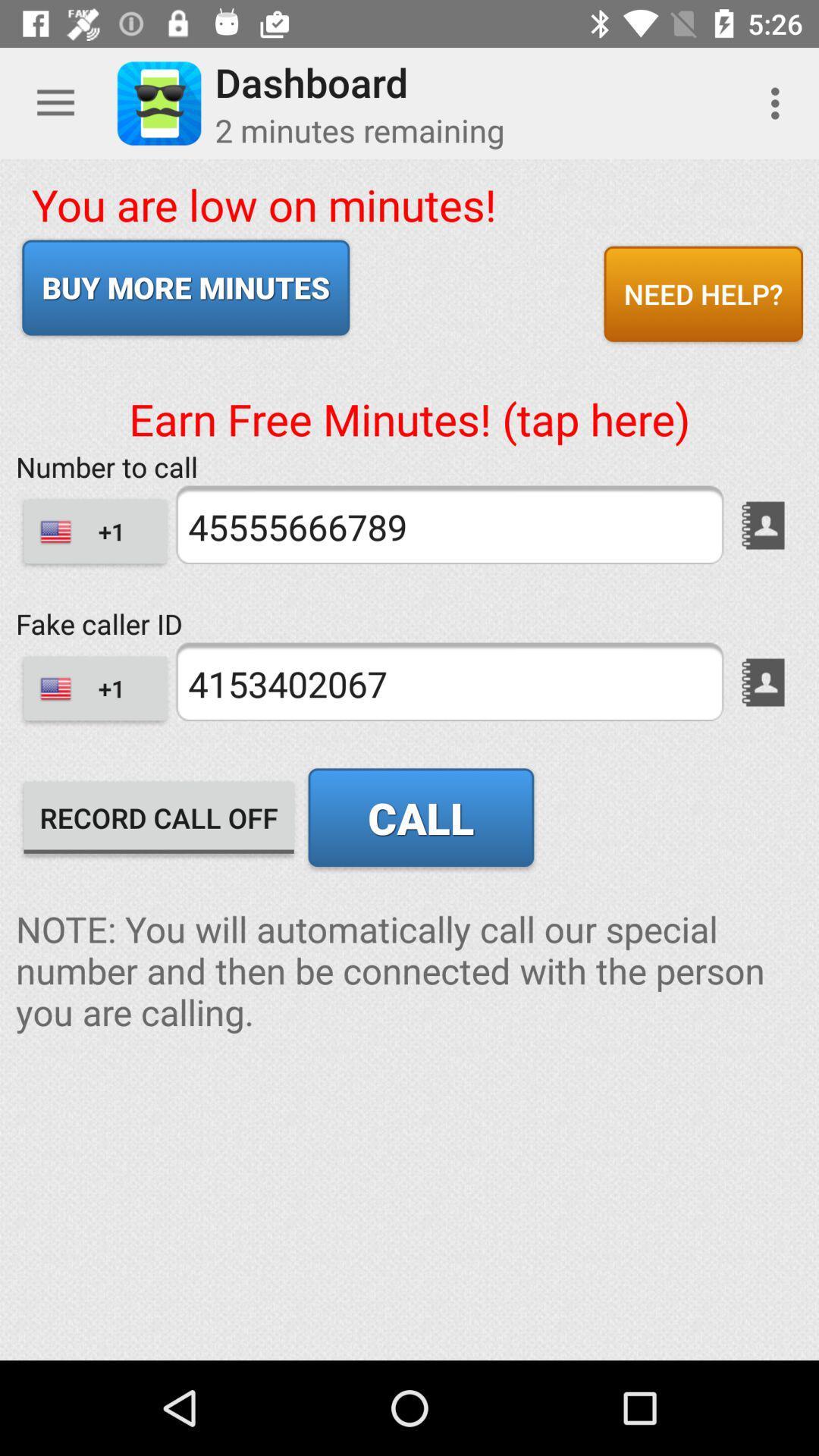  What do you see at coordinates (158, 817) in the screenshot?
I see `item to the left of call icon` at bounding box center [158, 817].